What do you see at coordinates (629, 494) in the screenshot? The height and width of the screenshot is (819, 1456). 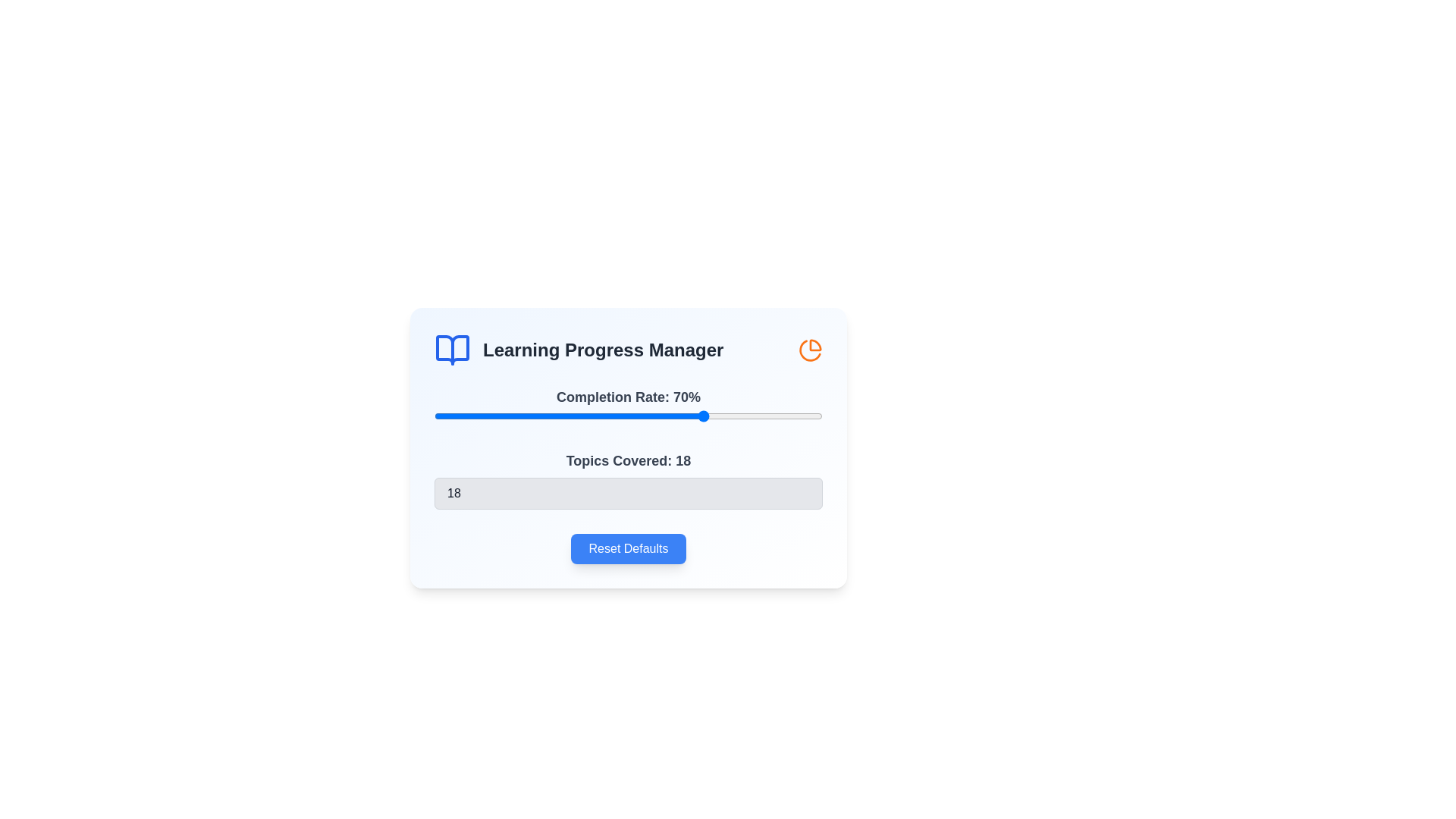 I see `the number of topics covered to 13 by entering the value in the input box` at bounding box center [629, 494].